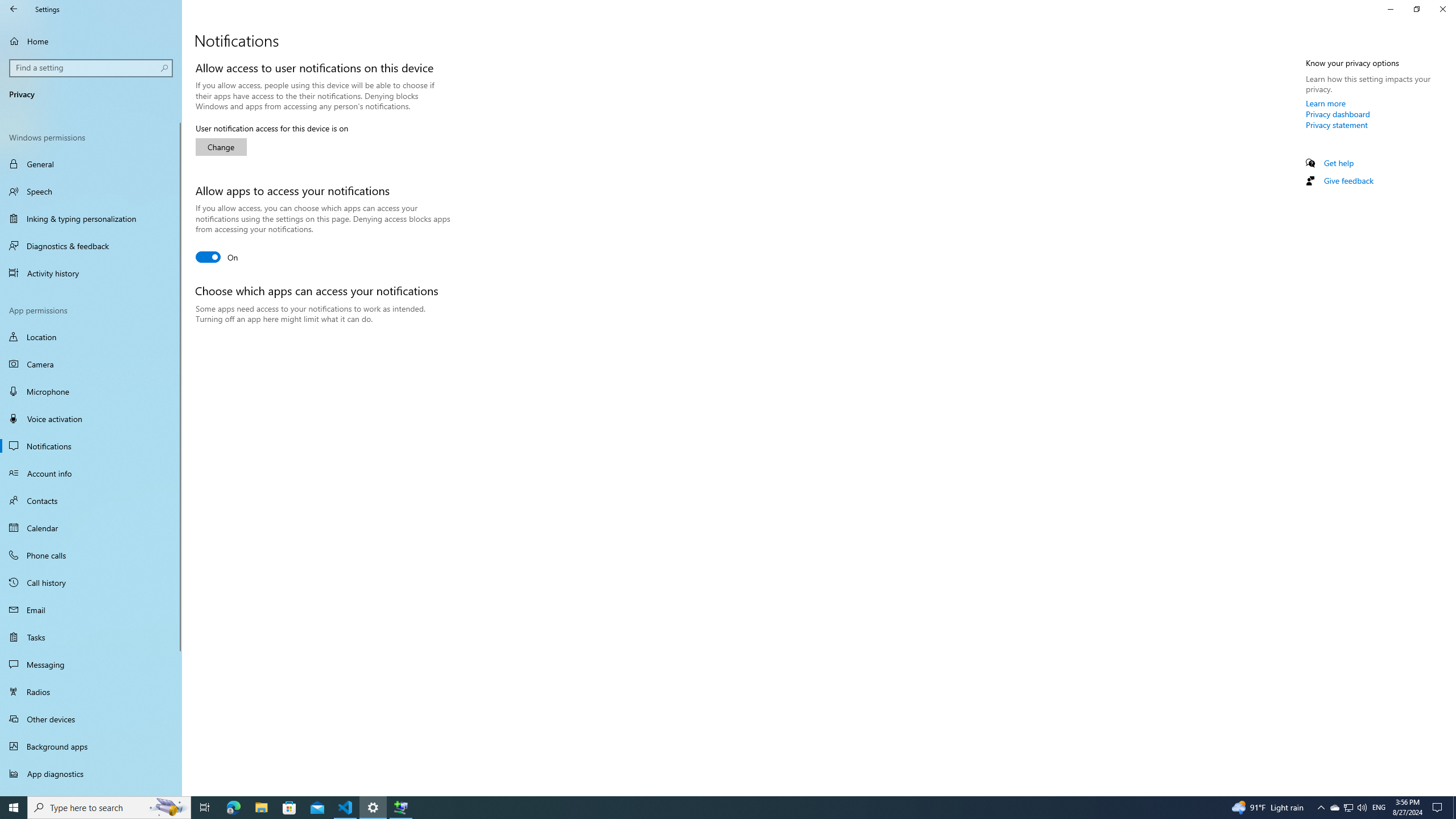 The image size is (1456, 819). I want to click on 'Calendar', so click(90, 527).